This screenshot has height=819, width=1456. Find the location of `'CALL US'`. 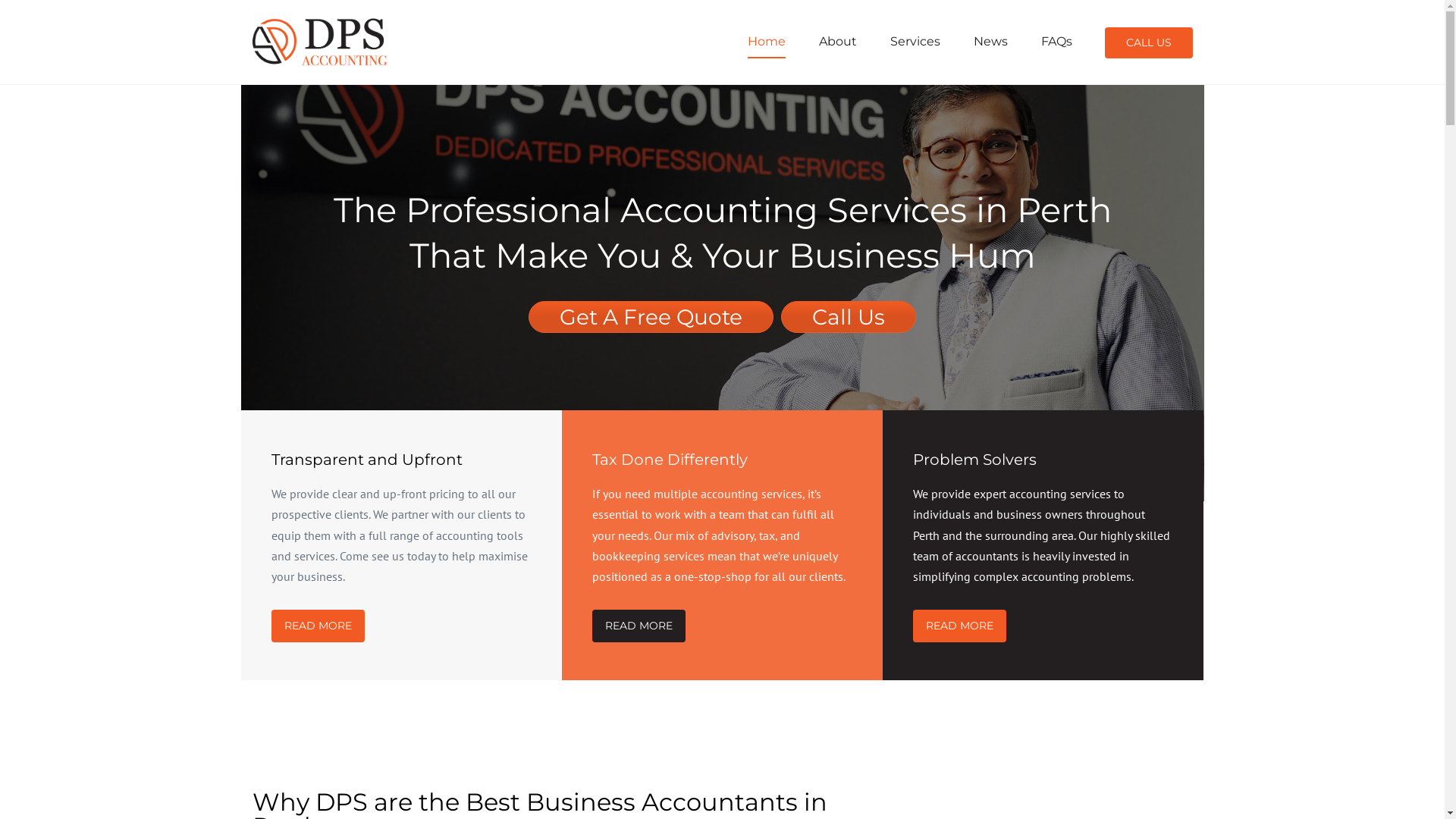

'CALL US' is located at coordinates (1147, 42).